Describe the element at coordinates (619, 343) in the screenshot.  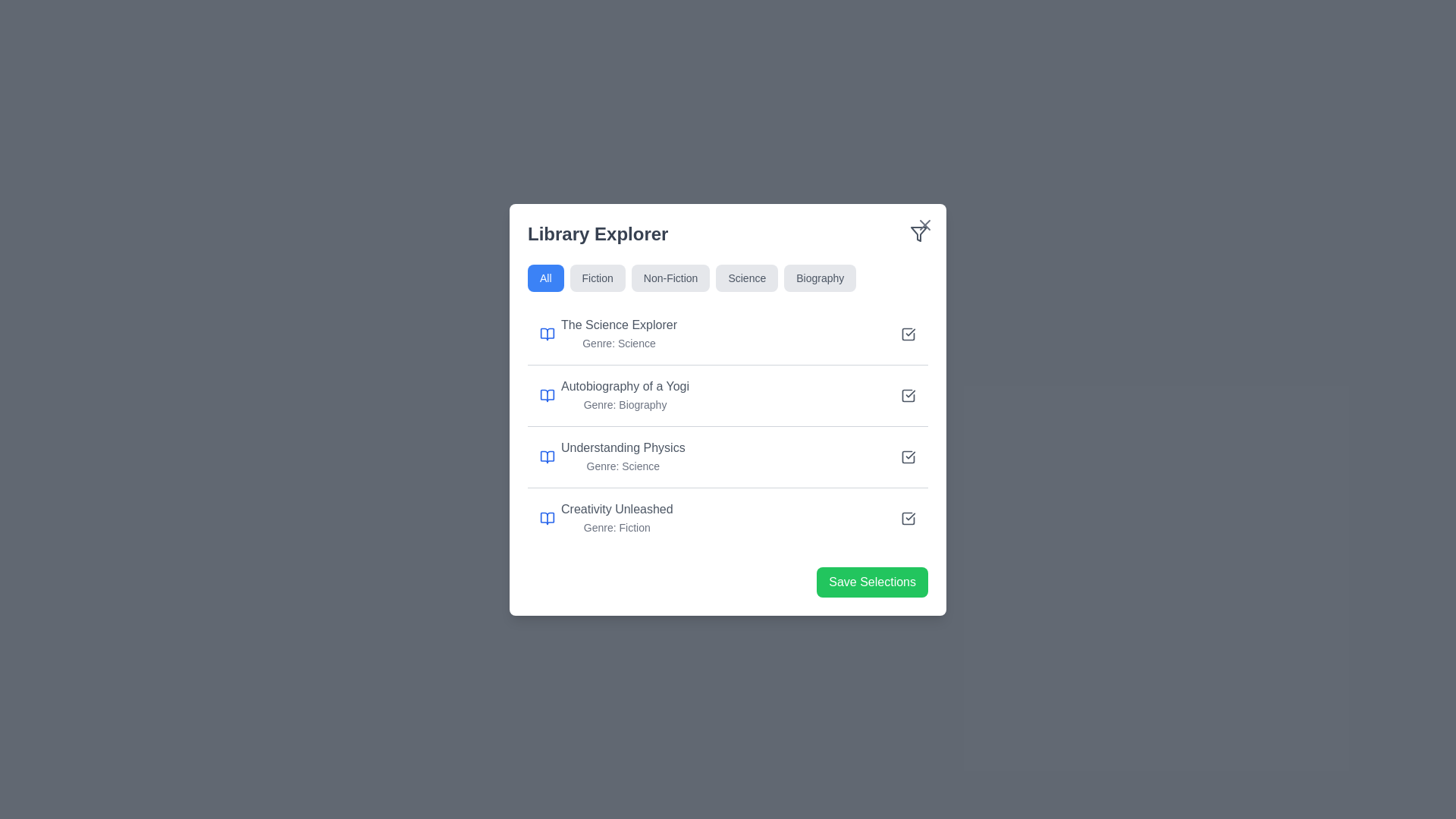
I see `text label displaying 'Genre: Science' which is styled in gray and positioned below 'The Science Explorer'` at that location.